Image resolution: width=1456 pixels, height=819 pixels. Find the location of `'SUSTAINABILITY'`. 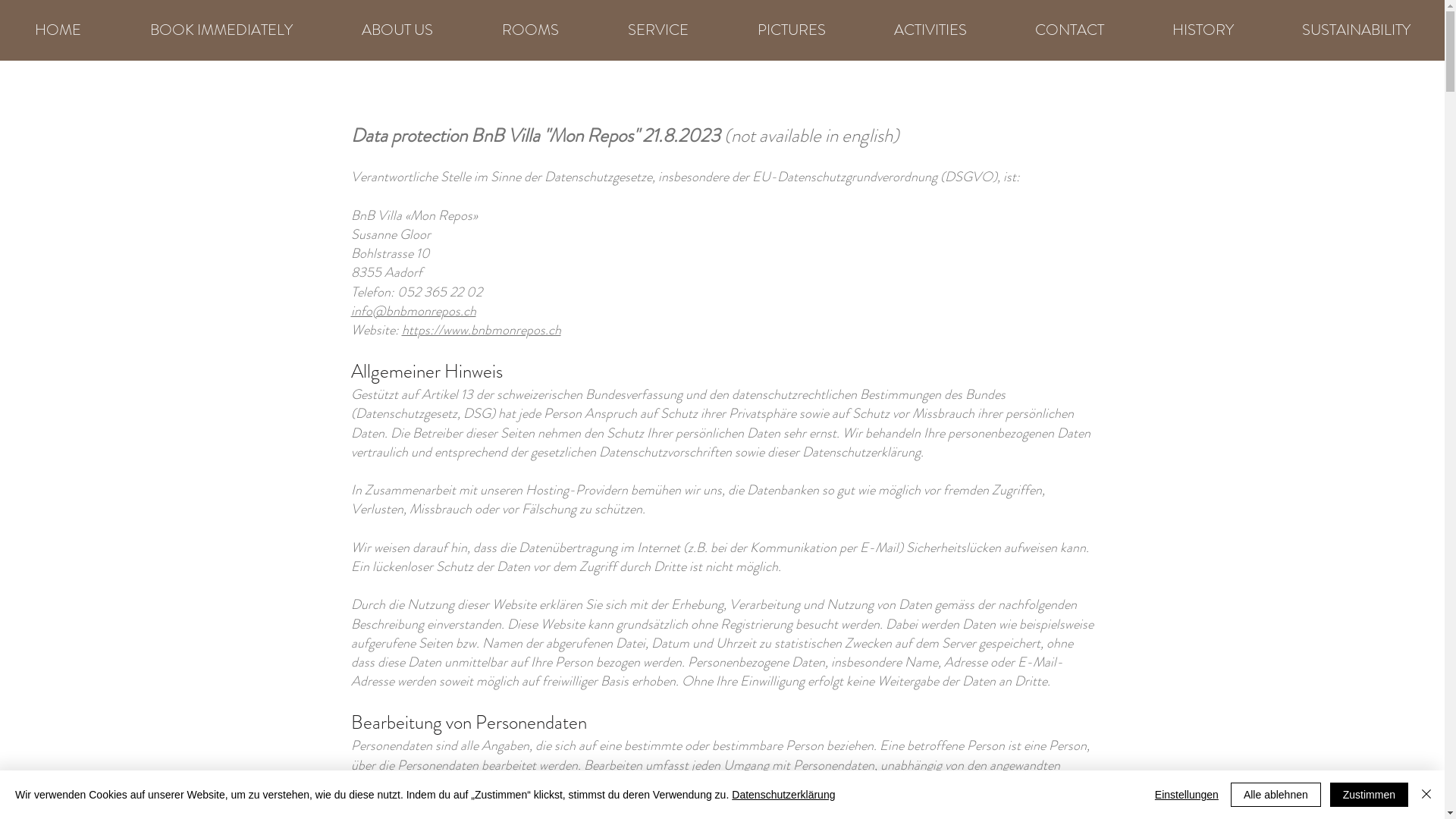

'SUSTAINABILITY' is located at coordinates (1356, 30).